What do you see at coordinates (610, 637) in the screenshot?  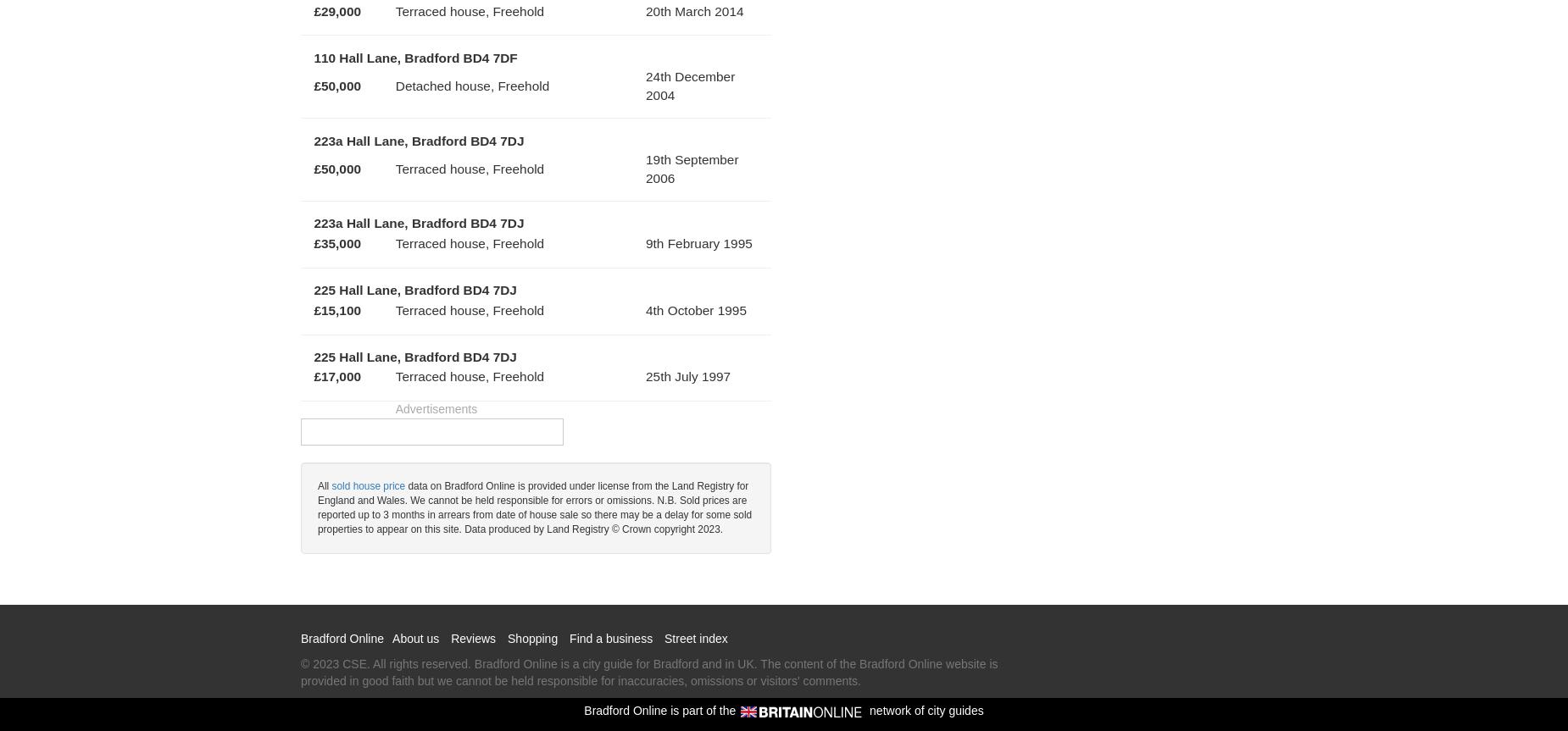 I see `'Find a business'` at bounding box center [610, 637].